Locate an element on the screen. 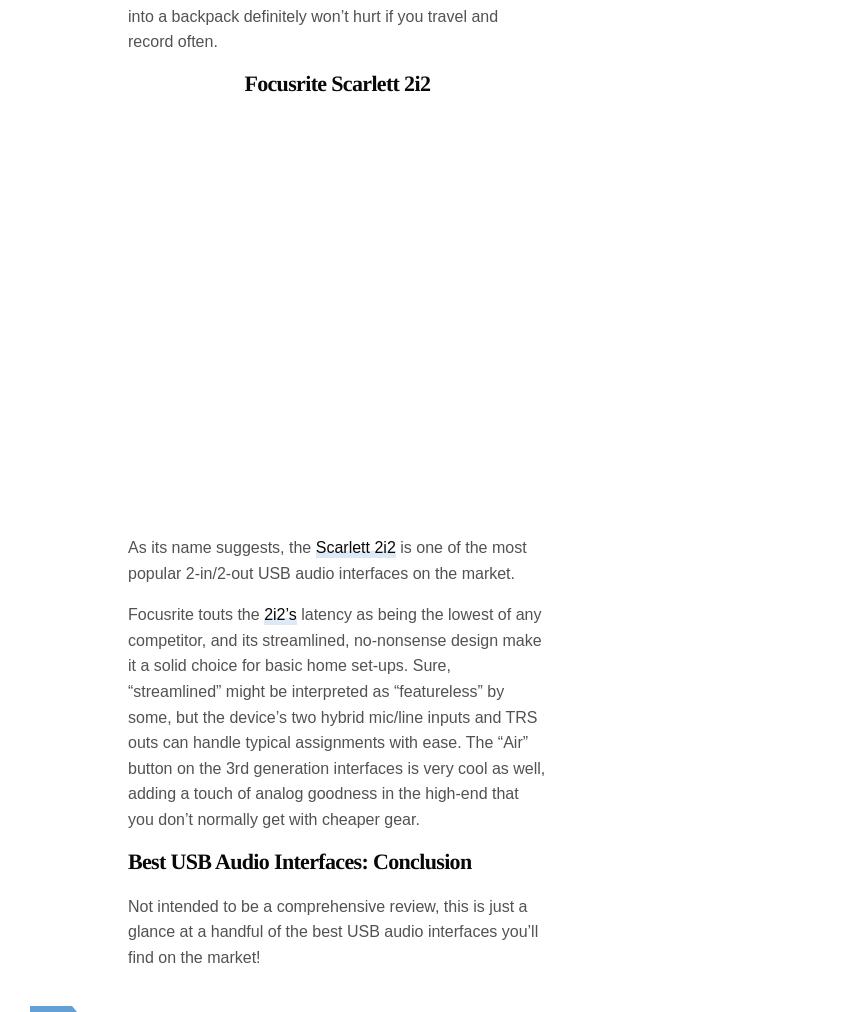  '2i2’s' is located at coordinates (278, 453).